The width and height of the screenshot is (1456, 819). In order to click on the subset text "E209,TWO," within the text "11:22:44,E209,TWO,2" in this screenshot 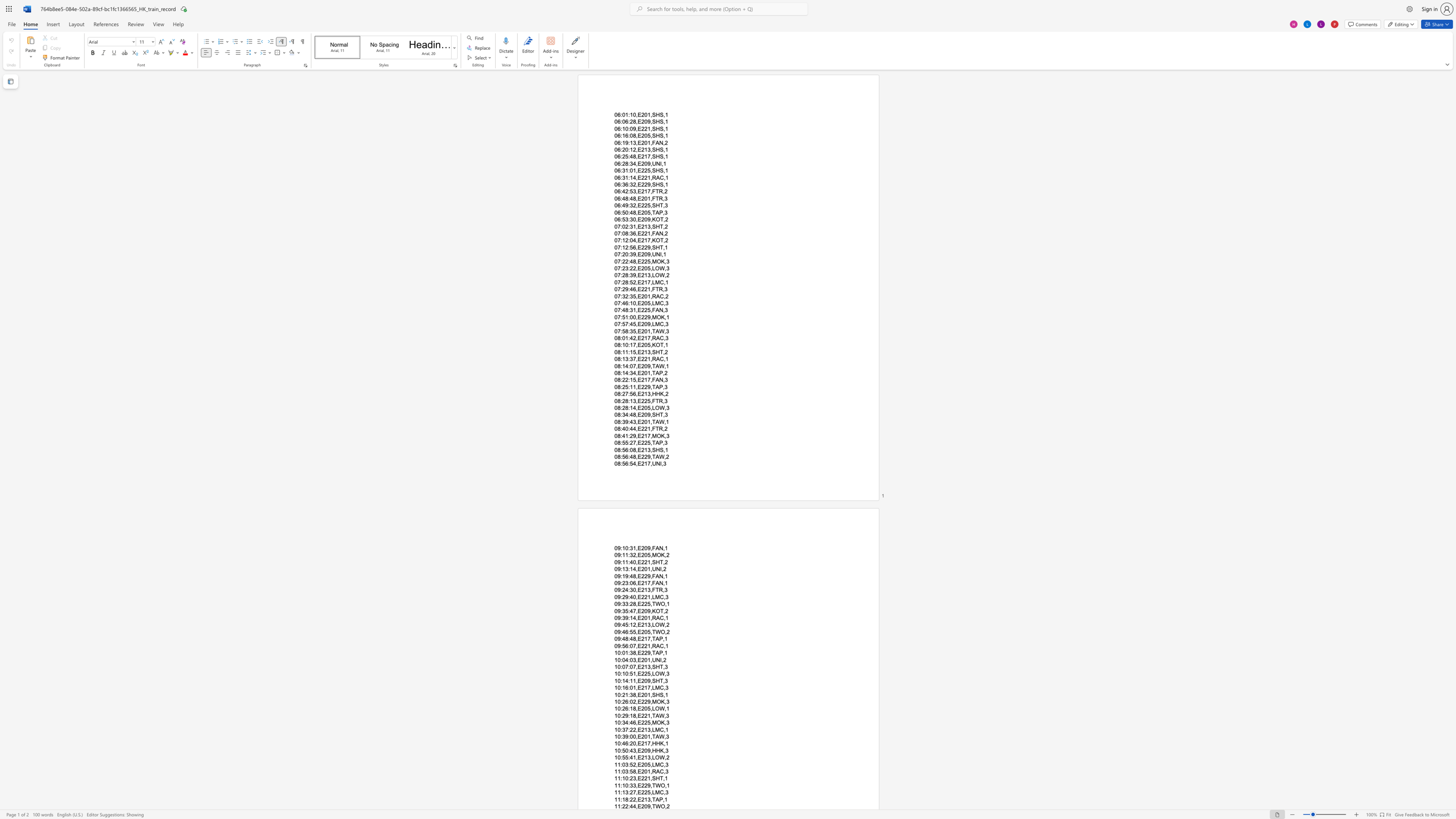, I will do `click(637, 806)`.